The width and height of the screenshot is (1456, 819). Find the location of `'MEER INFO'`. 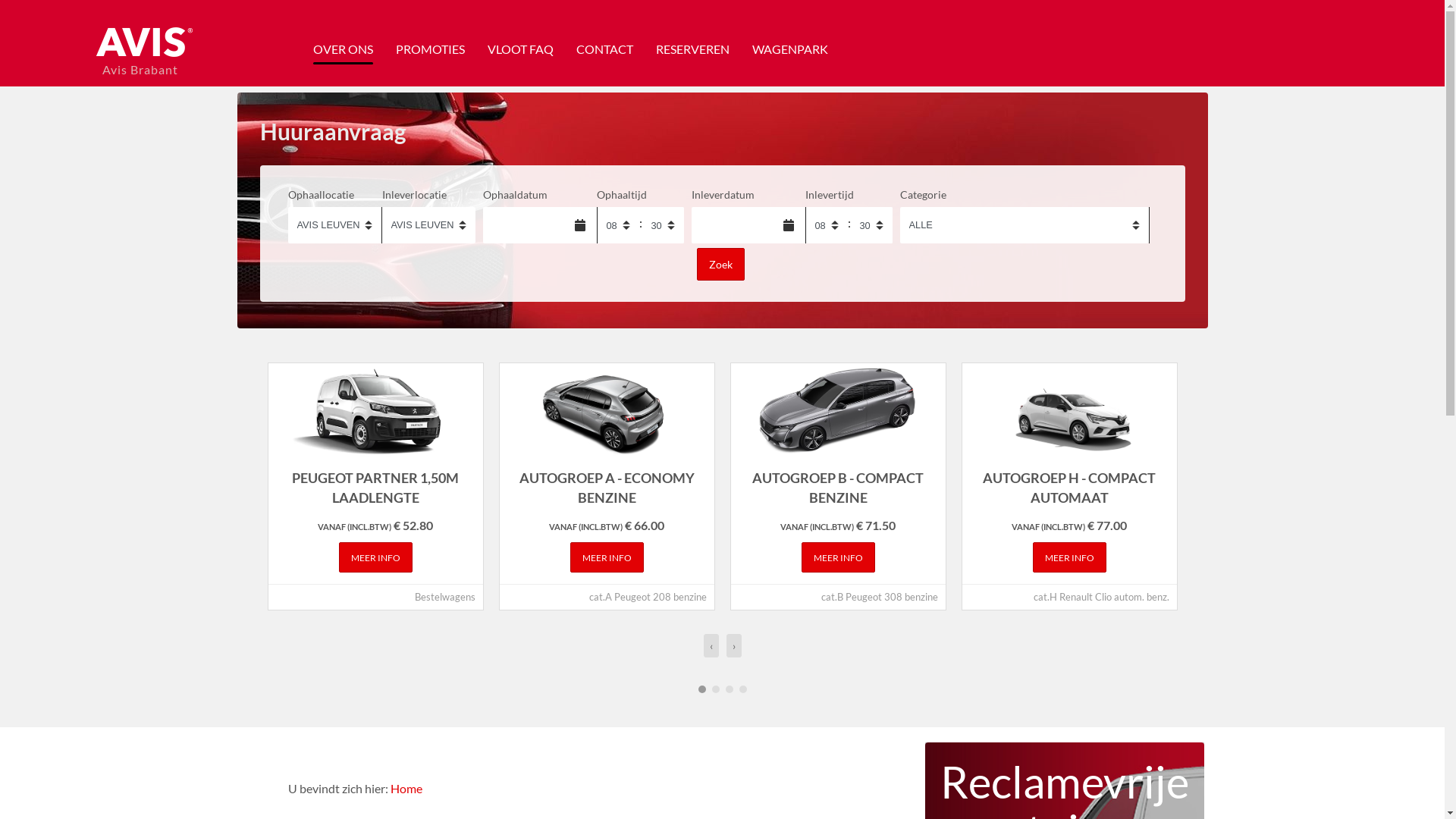

'MEER INFO' is located at coordinates (836, 557).